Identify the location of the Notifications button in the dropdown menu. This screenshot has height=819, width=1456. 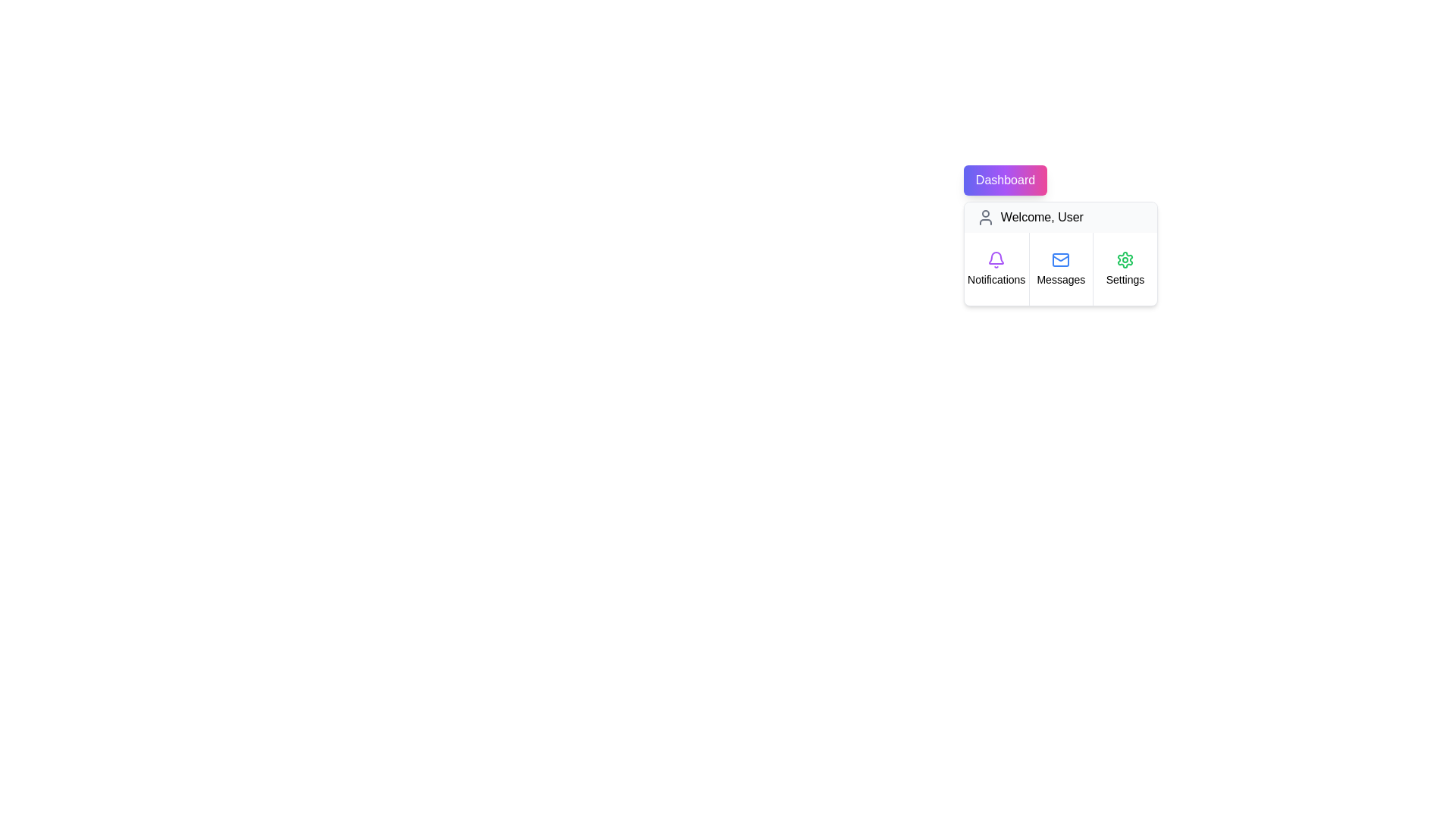
(996, 268).